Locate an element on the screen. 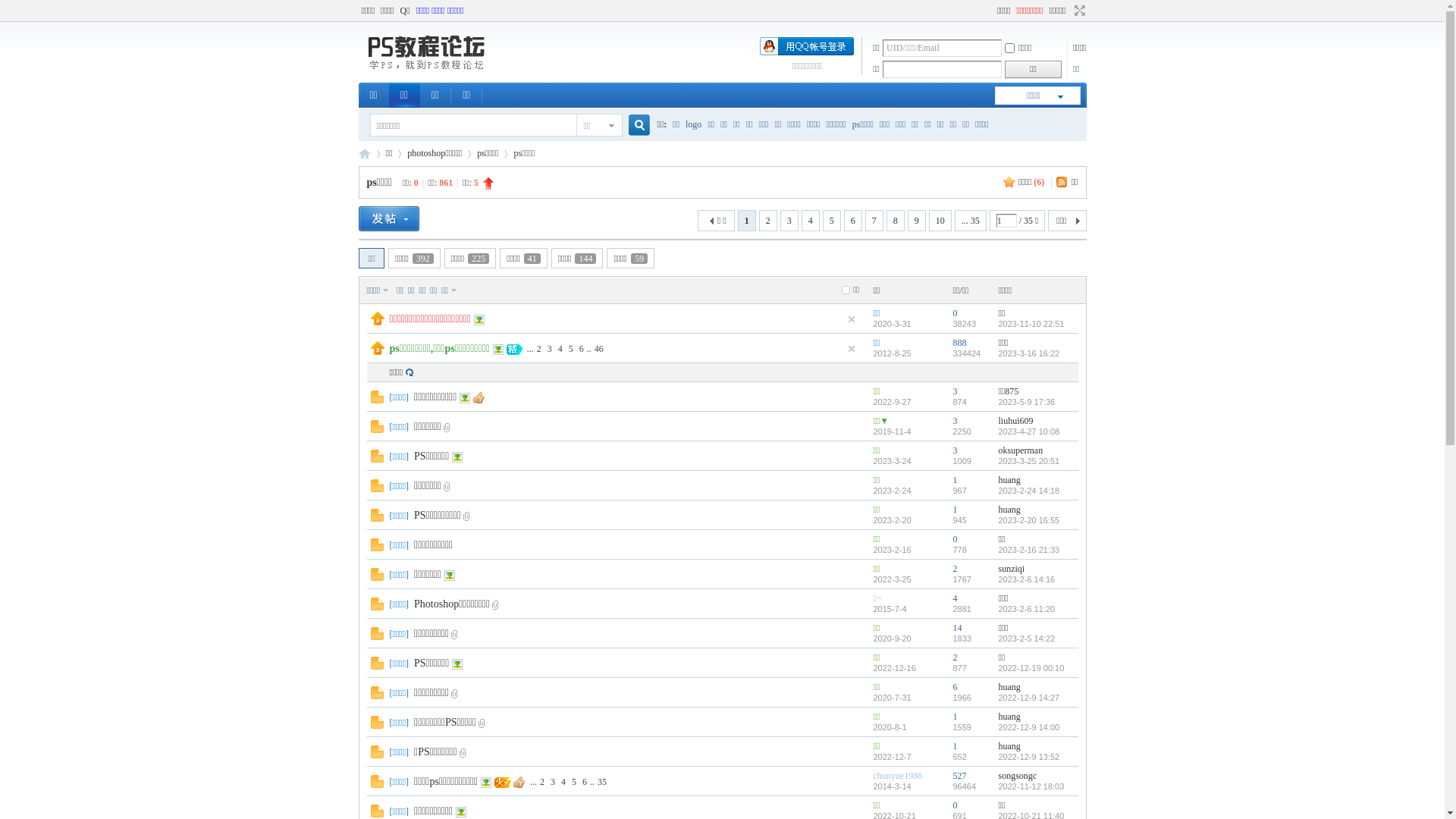  '10' is located at coordinates (939, 220).